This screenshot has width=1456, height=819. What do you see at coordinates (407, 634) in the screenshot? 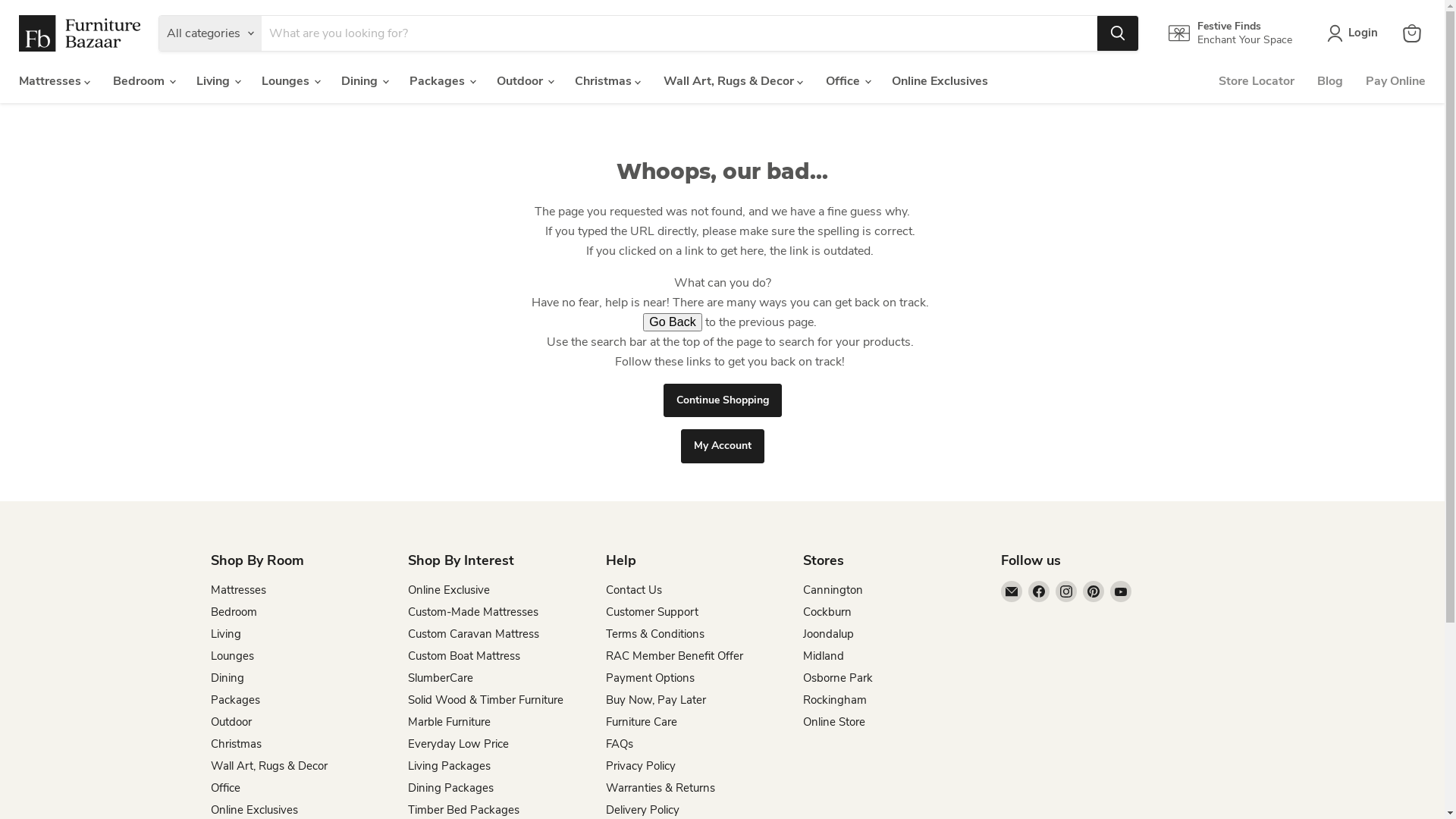
I see `'Custom Caravan Mattress'` at bounding box center [407, 634].